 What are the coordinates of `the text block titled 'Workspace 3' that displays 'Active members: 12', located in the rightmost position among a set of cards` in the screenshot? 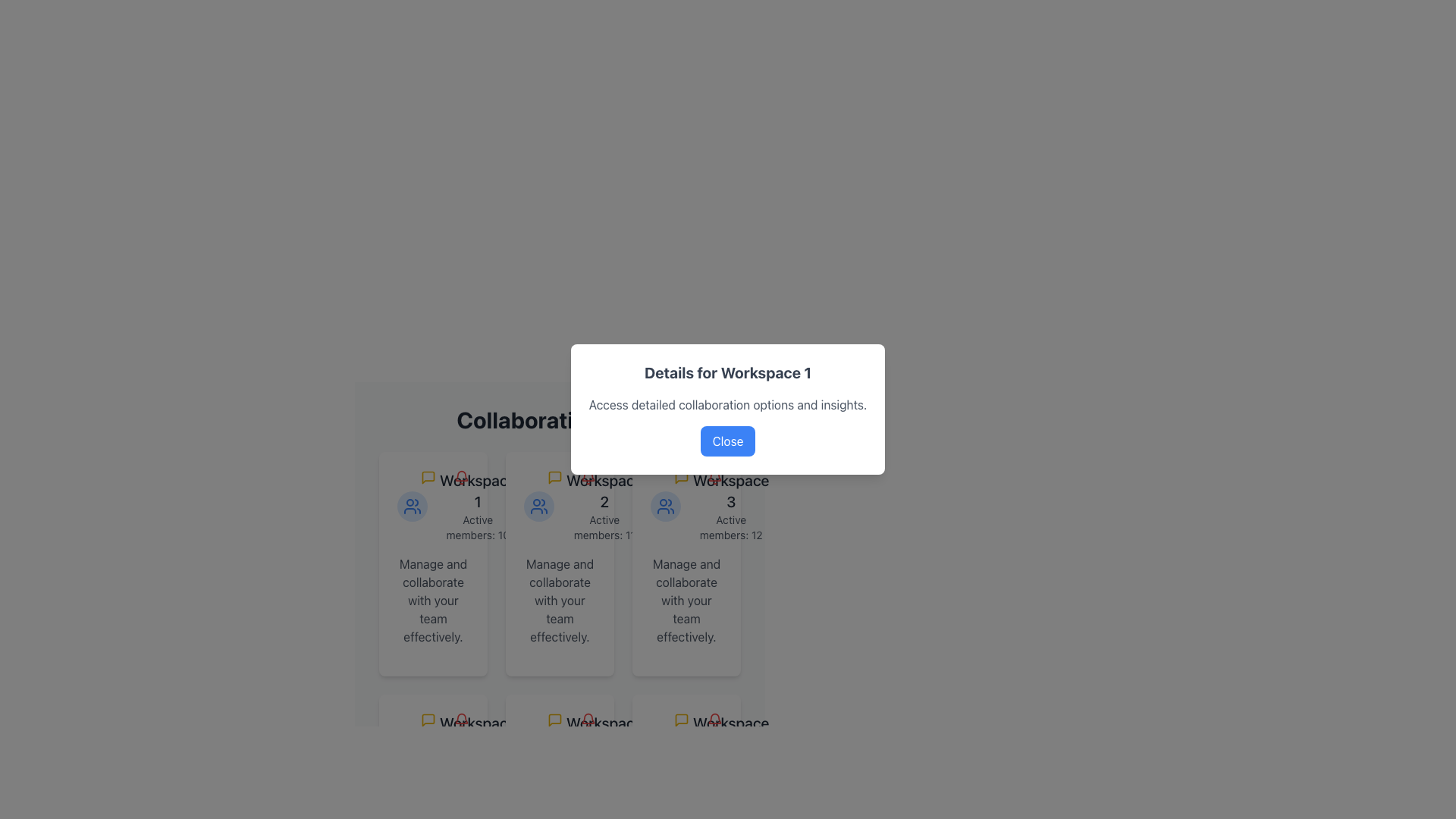 It's located at (731, 506).